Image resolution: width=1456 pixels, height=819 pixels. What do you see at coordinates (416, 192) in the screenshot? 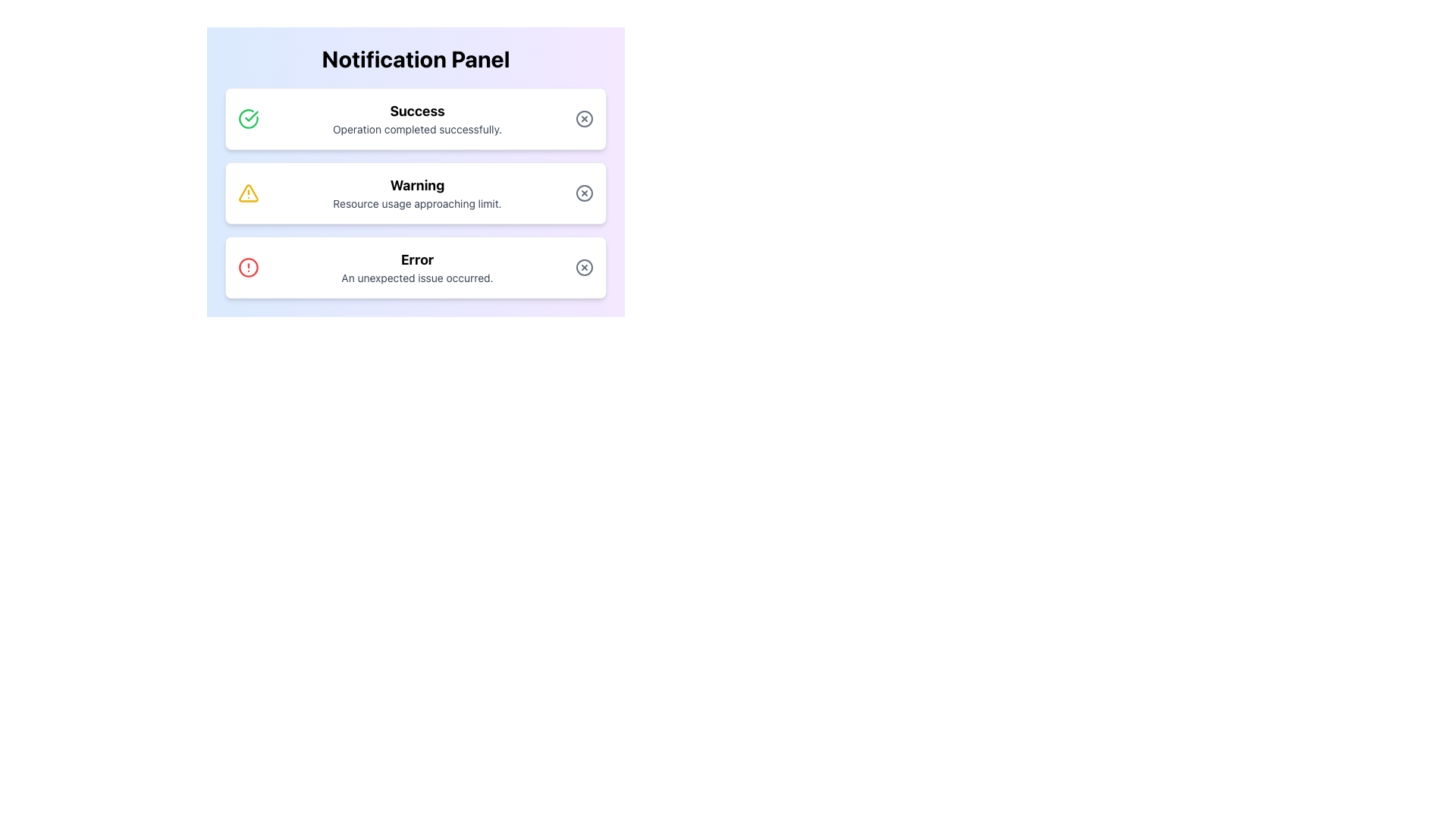
I see `the Notification box that conveys a warning about resource usage nearing its limit, positioned between 'Success' and 'Error' notifications in the Notification Panel` at bounding box center [416, 192].